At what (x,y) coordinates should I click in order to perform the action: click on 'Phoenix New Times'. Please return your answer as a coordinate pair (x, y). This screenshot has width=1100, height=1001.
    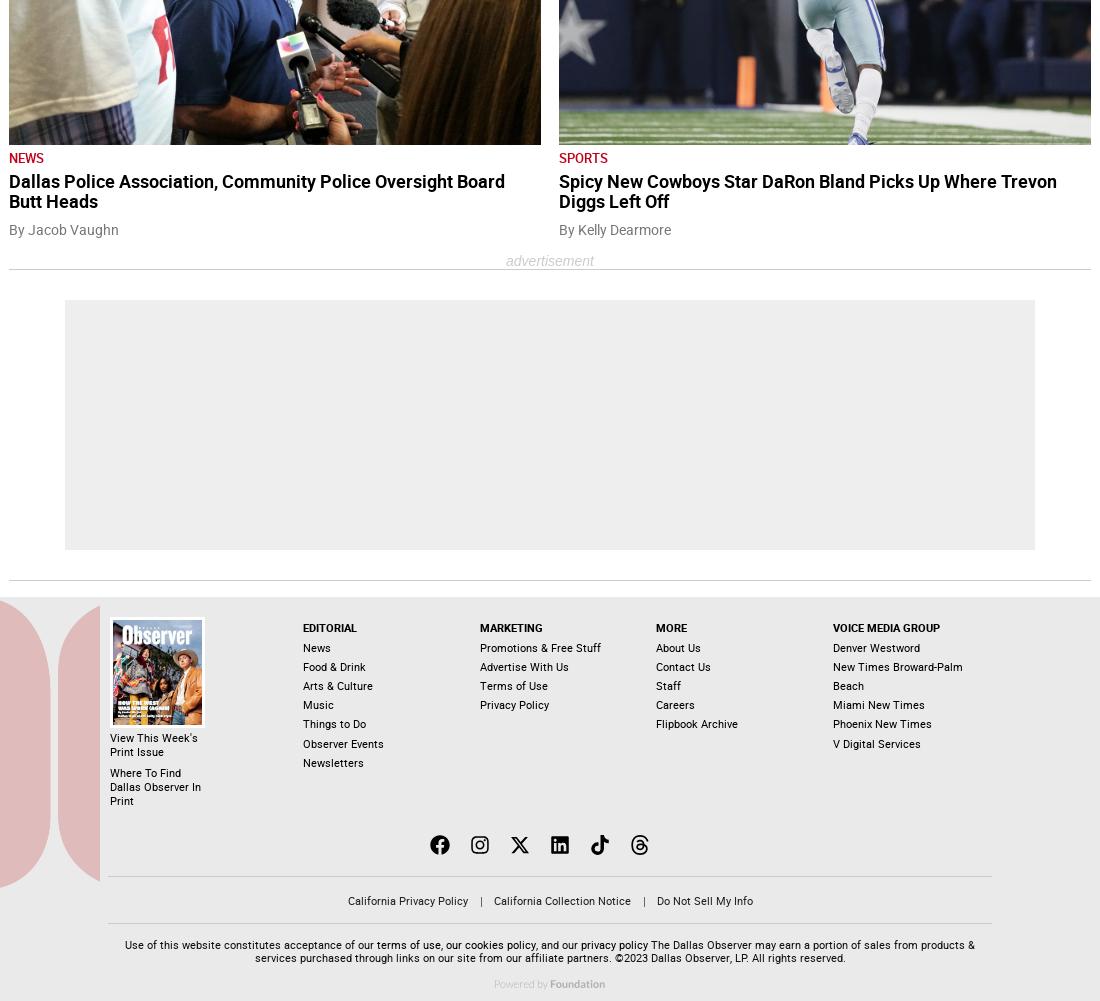
    Looking at the image, I should click on (881, 724).